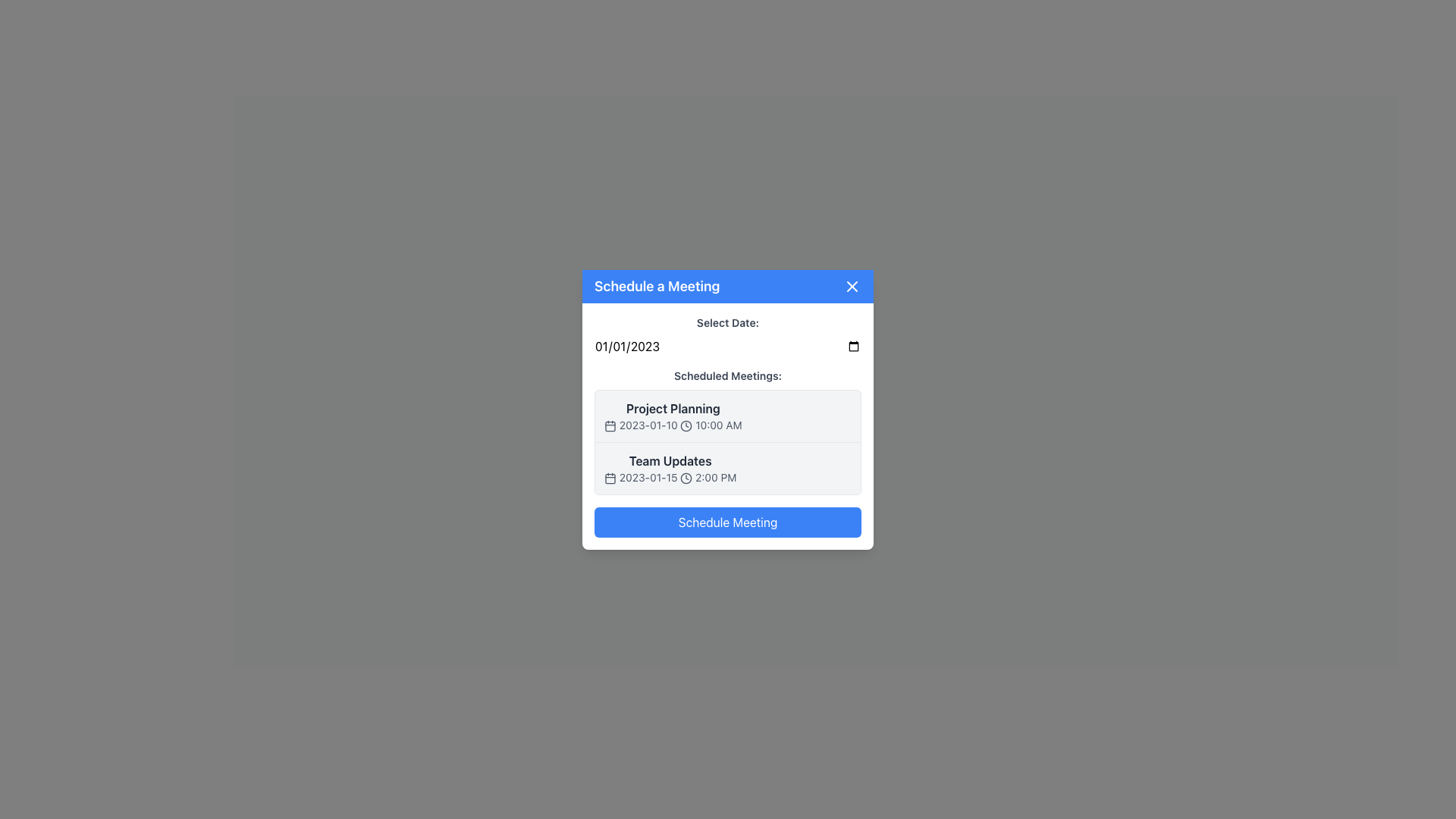  Describe the element at coordinates (686, 478) in the screenshot. I see `the clock icon component, which is part of the 'Team Updates' entry in the 'Scheduled Meetings' list, positioned near '2:00 PM'` at that location.